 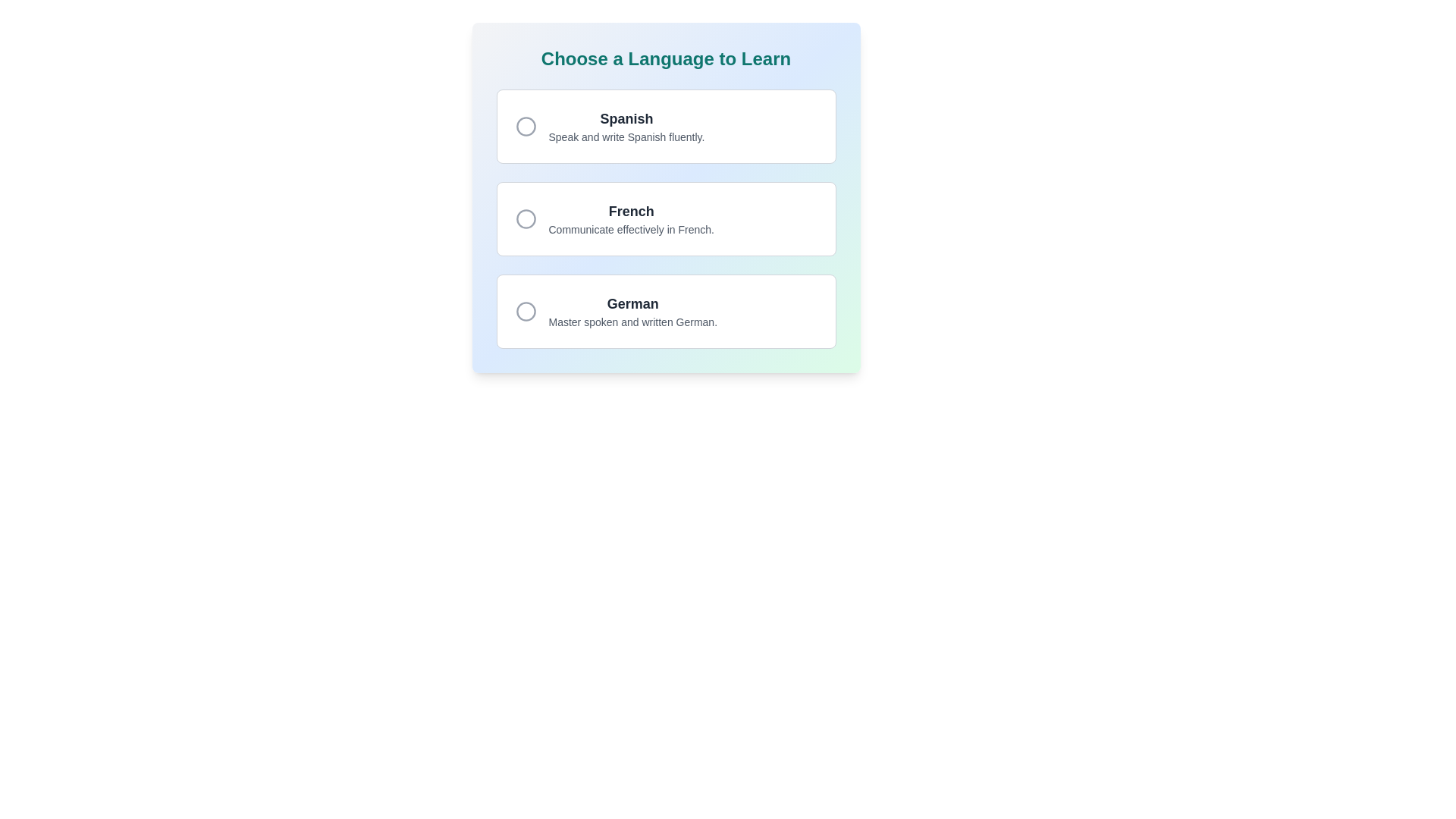 What do you see at coordinates (526, 219) in the screenshot?
I see `the radio button` at bounding box center [526, 219].